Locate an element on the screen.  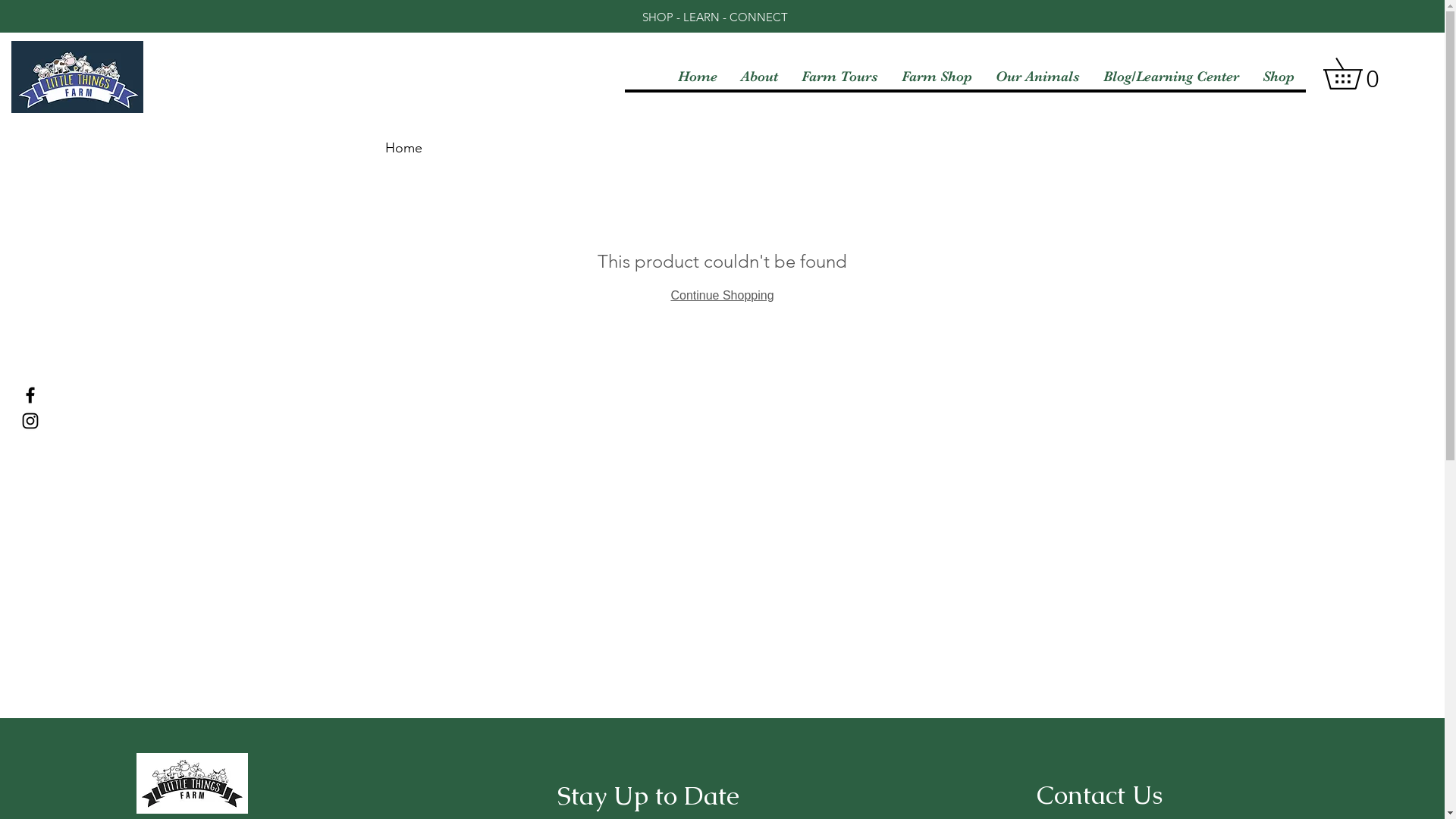
'Shop' is located at coordinates (1277, 76).